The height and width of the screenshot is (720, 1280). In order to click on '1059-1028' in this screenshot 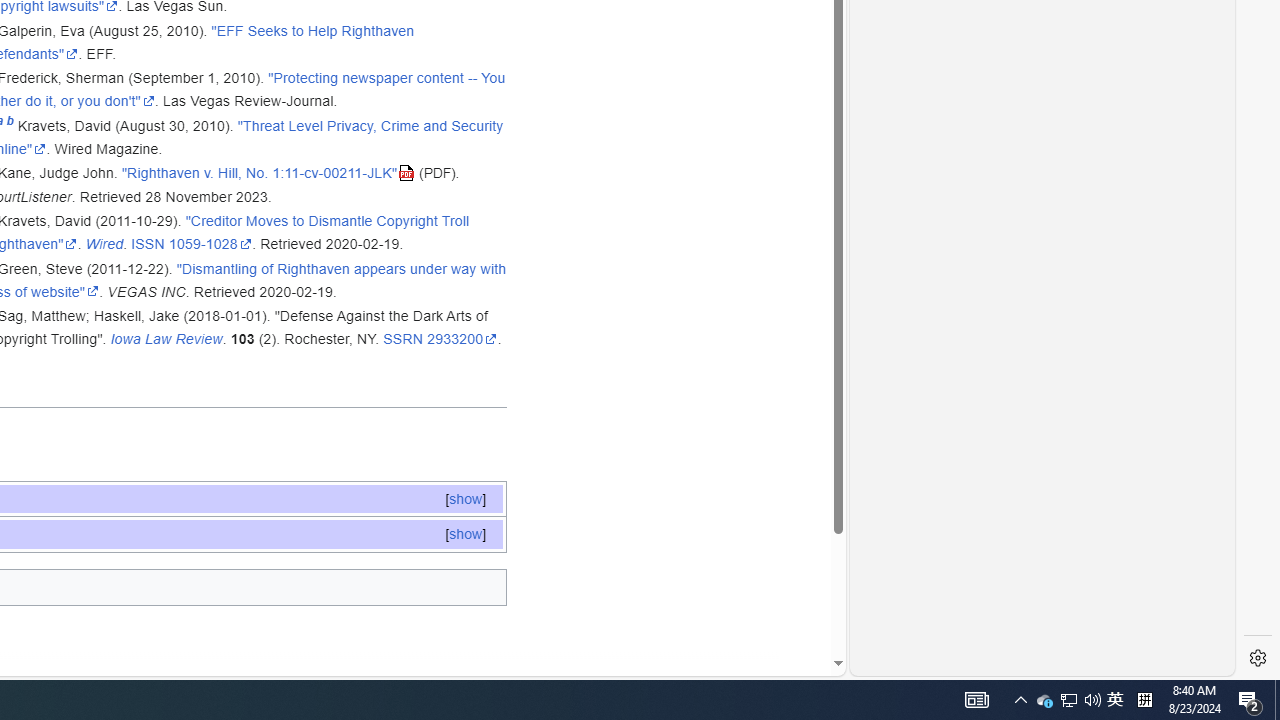, I will do `click(210, 243)`.